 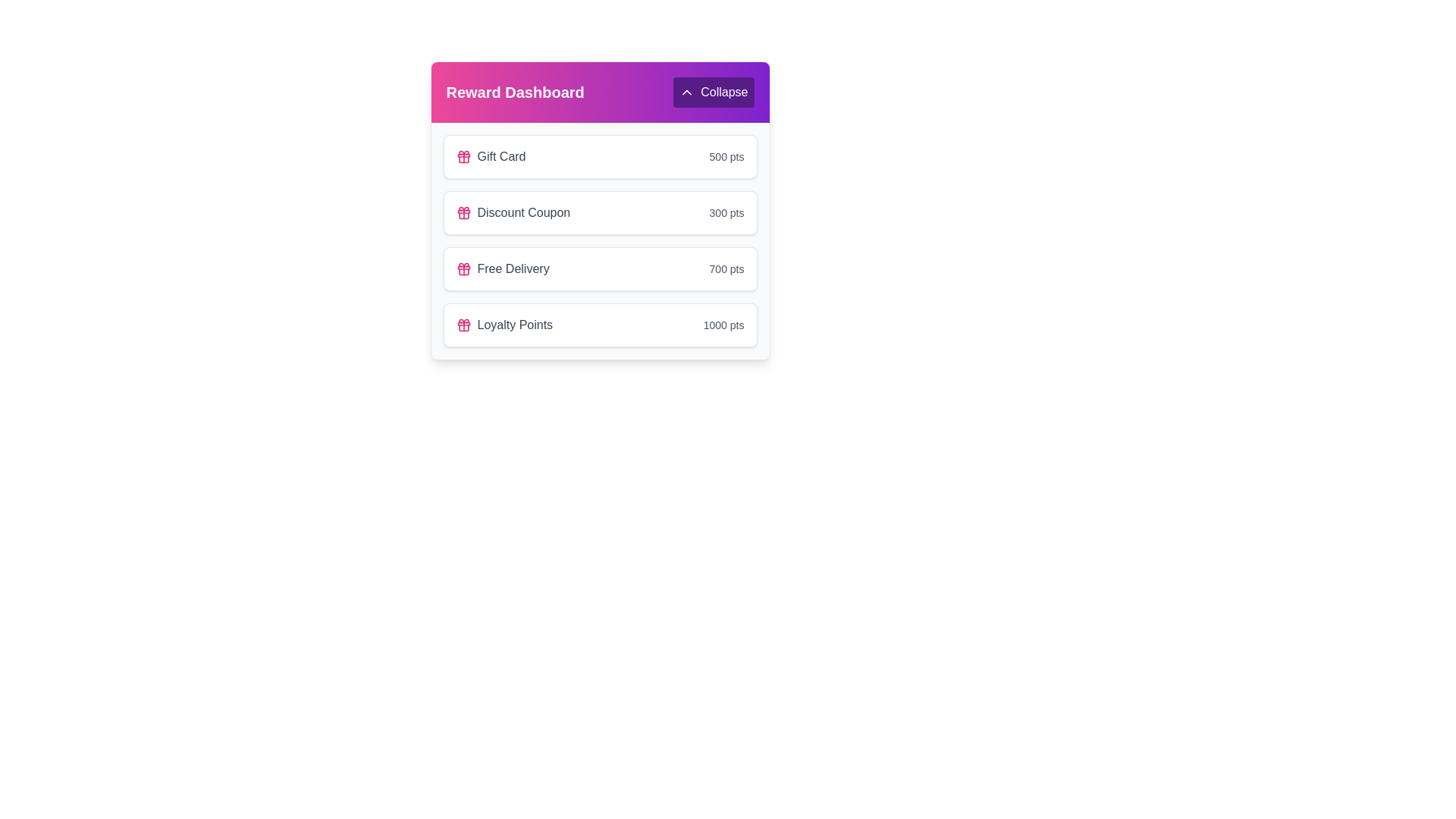 What do you see at coordinates (463, 157) in the screenshot?
I see `the pink gift icon with a bow, located to the left of the 'Gift Card' text in the 'Reward Dashboard' section` at bounding box center [463, 157].